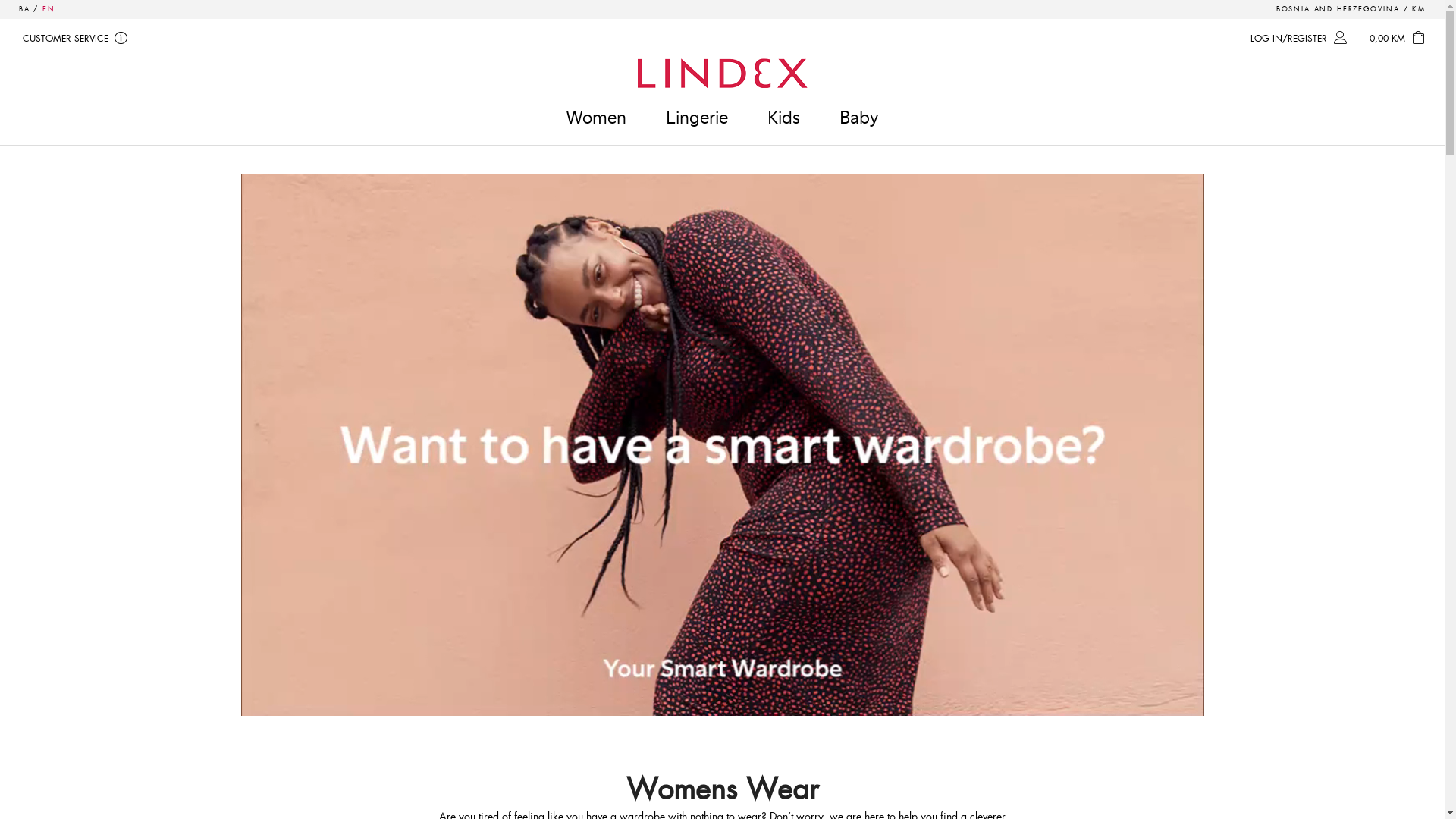 This screenshot has width=1456, height=819. Describe the element at coordinates (49, 8) in the screenshot. I see `'EN'` at that location.